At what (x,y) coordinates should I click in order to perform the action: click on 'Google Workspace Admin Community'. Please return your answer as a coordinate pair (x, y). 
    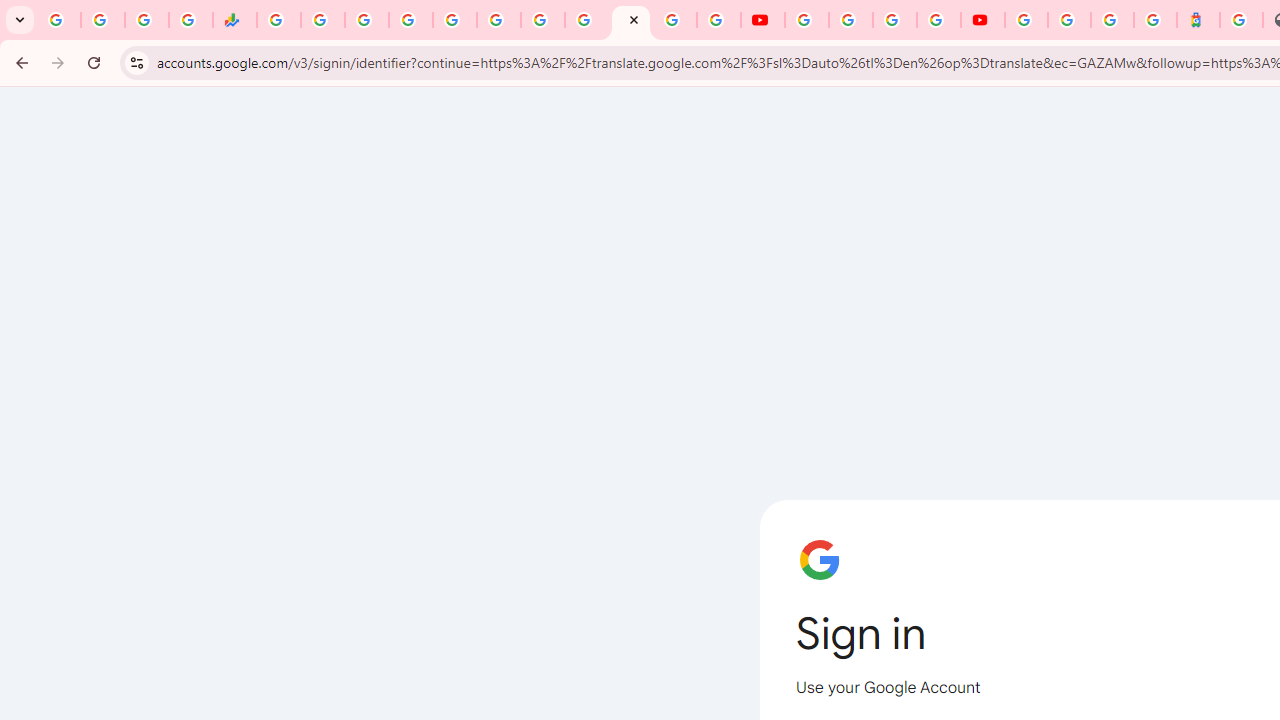
    Looking at the image, I should click on (58, 20).